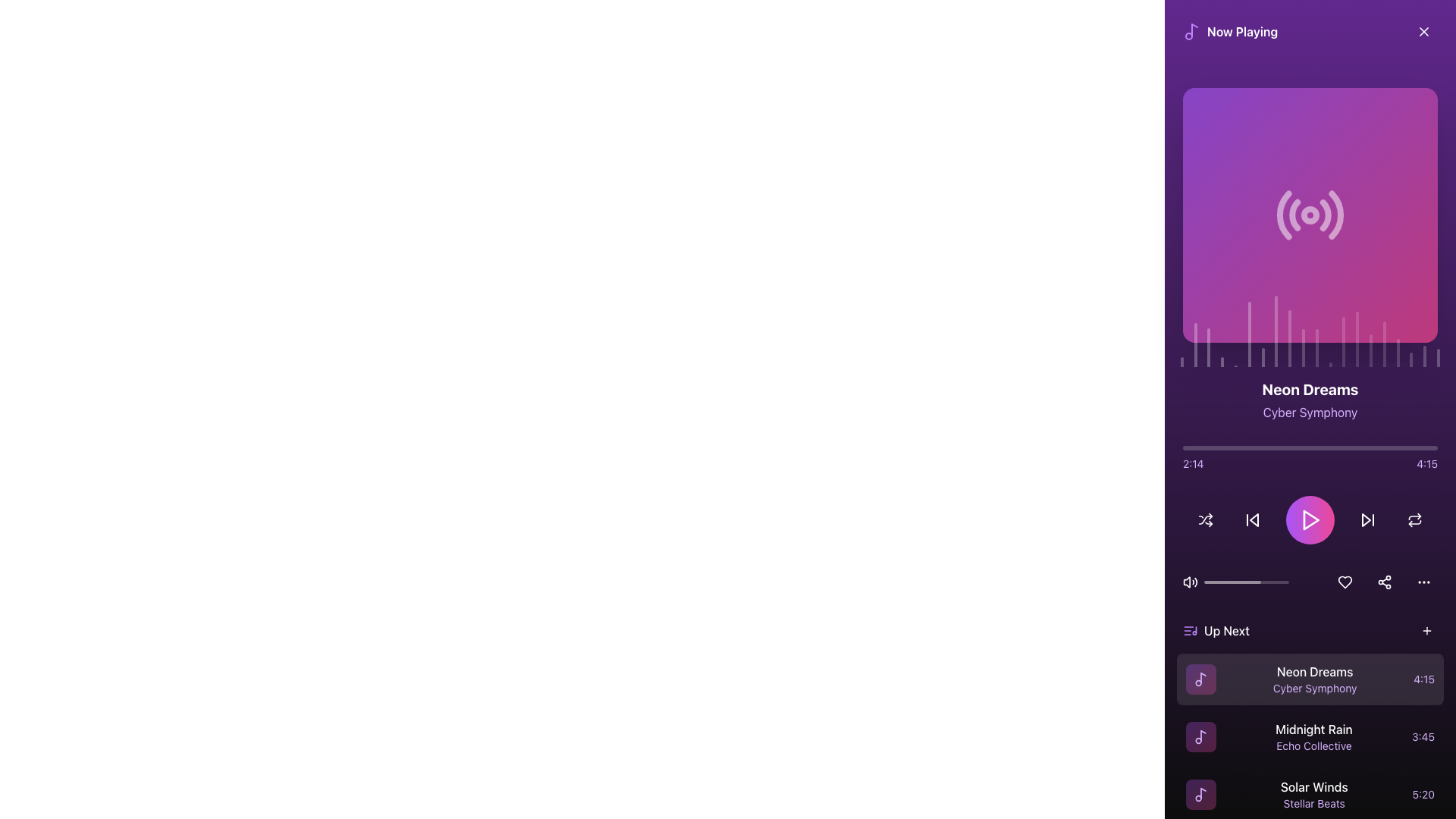 The image size is (1456, 819). Describe the element at coordinates (1426, 631) in the screenshot. I see `the '+' button in the 'Up Next' section, which is used to add items to the queue or playlist` at that location.